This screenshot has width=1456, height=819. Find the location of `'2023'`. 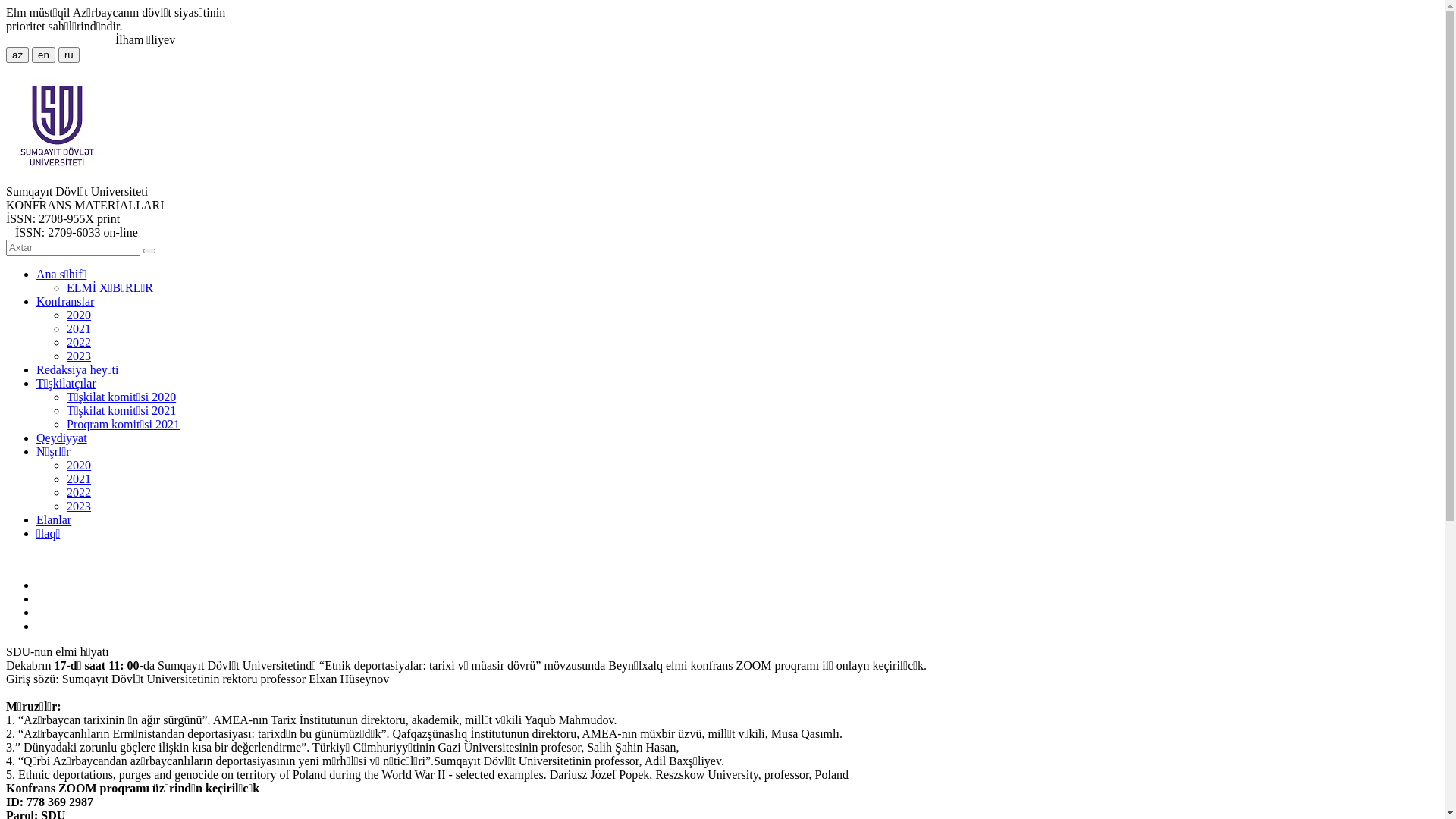

'2023' is located at coordinates (78, 506).